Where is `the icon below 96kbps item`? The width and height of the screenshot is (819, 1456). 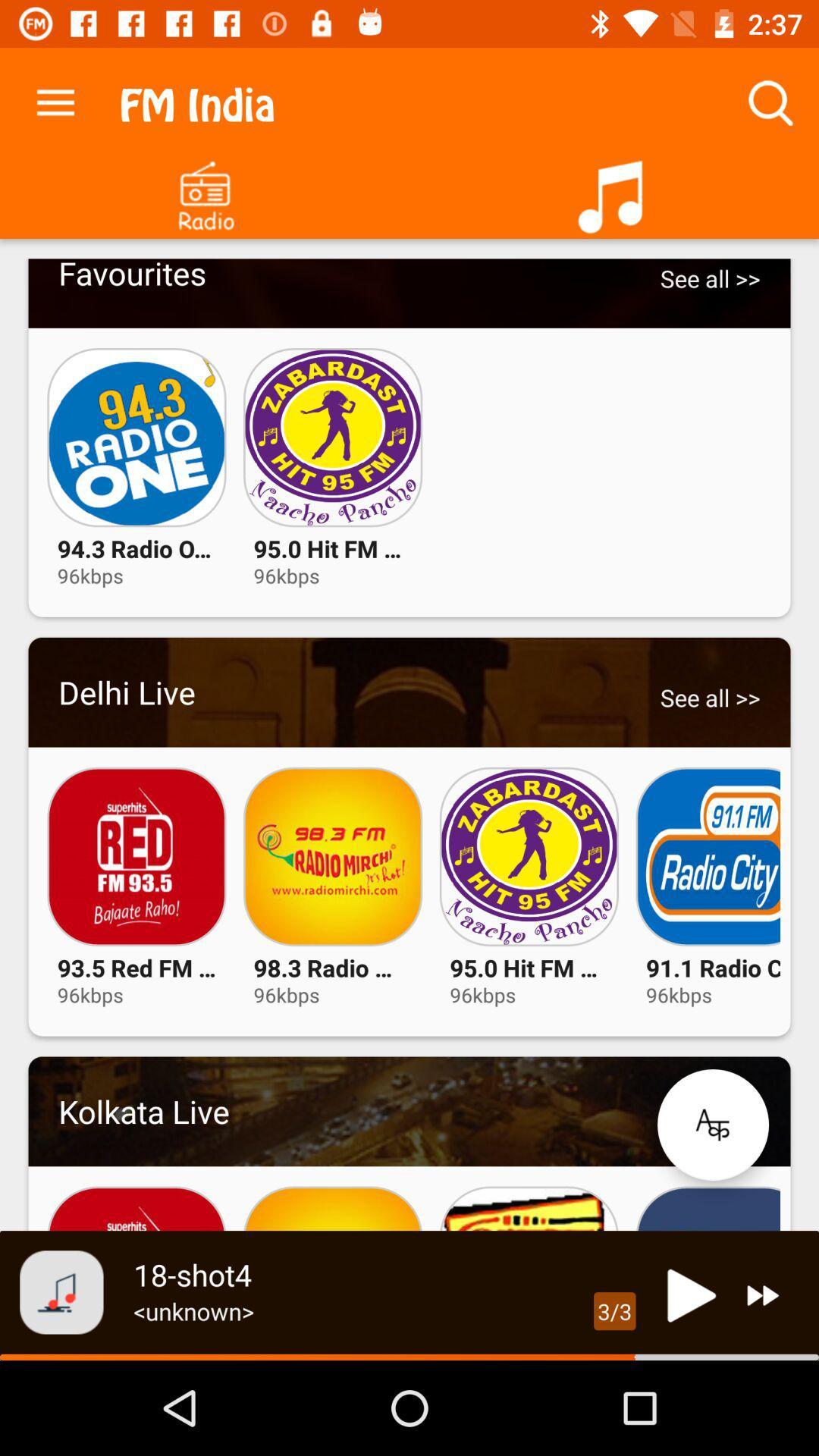
the icon below 96kbps item is located at coordinates (713, 1125).